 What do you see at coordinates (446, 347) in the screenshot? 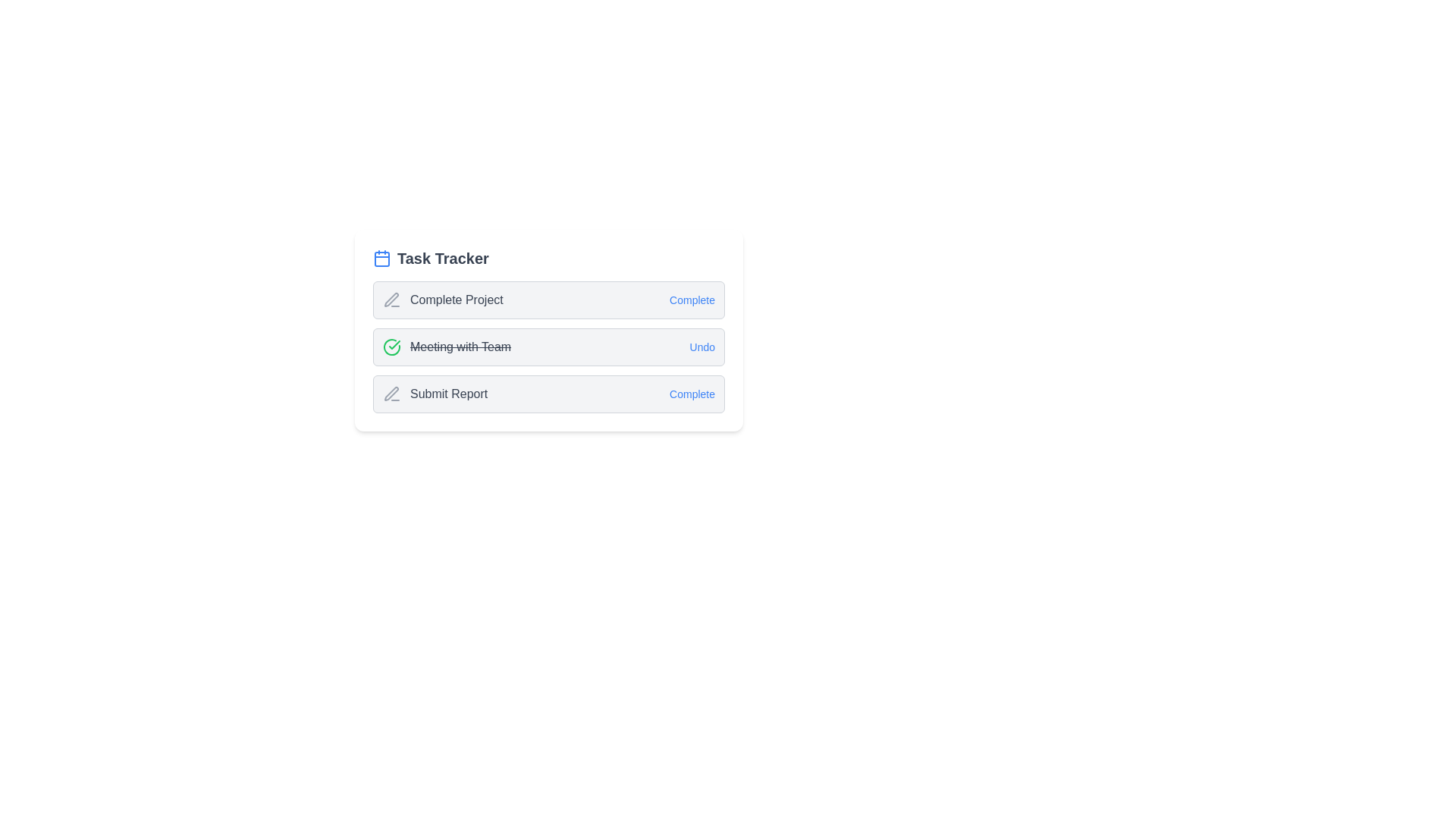
I see `the text block labeled 'Meeting with Team' which is styled with a gray line crossing through it, indicating a completed task, located next to a green checkmark icon` at bounding box center [446, 347].